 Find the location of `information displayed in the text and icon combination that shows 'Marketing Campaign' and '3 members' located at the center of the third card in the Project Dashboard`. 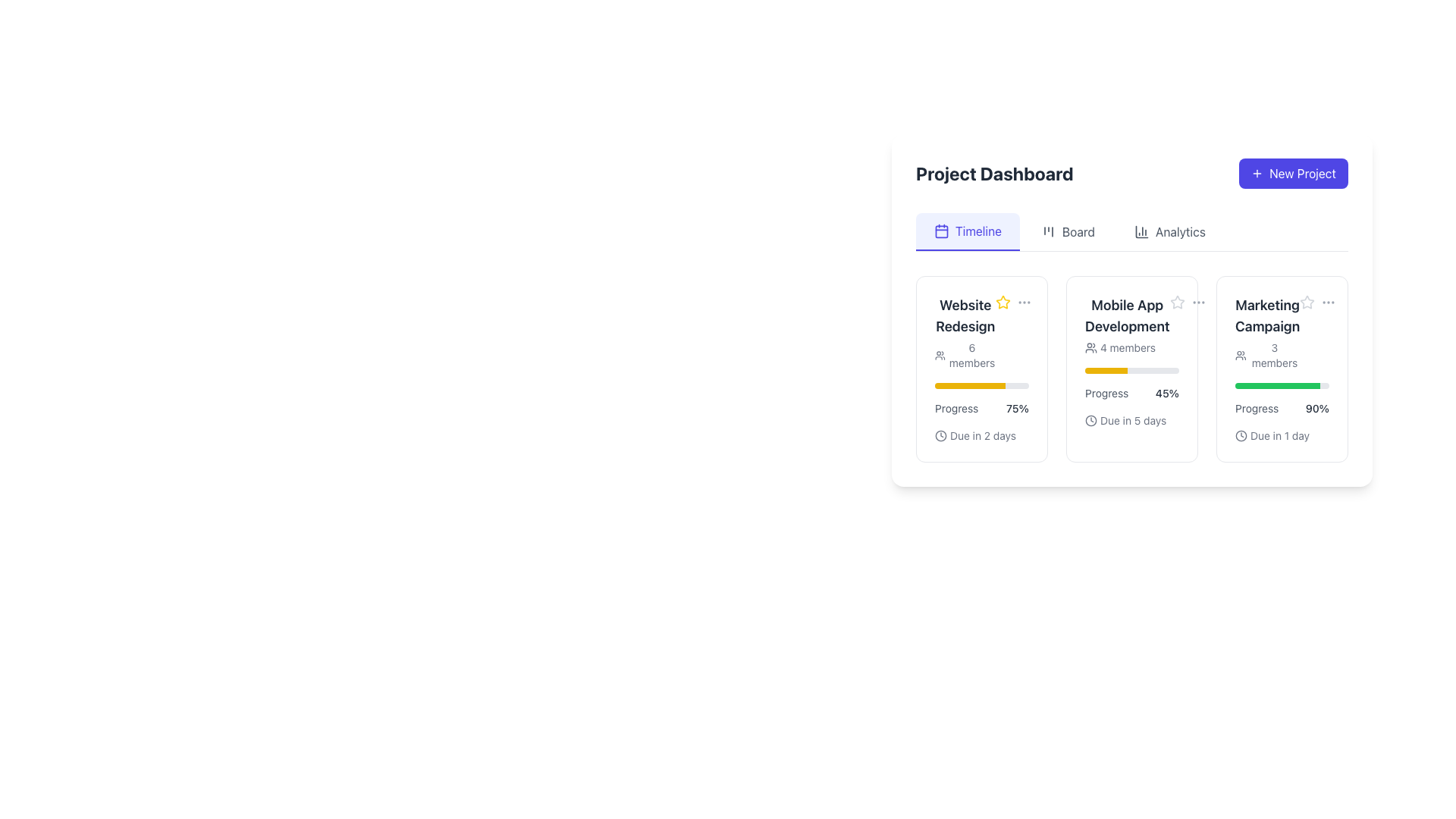

information displayed in the text and icon combination that shows 'Marketing Campaign' and '3 members' located at the center of the third card in the Project Dashboard is located at coordinates (1281, 332).